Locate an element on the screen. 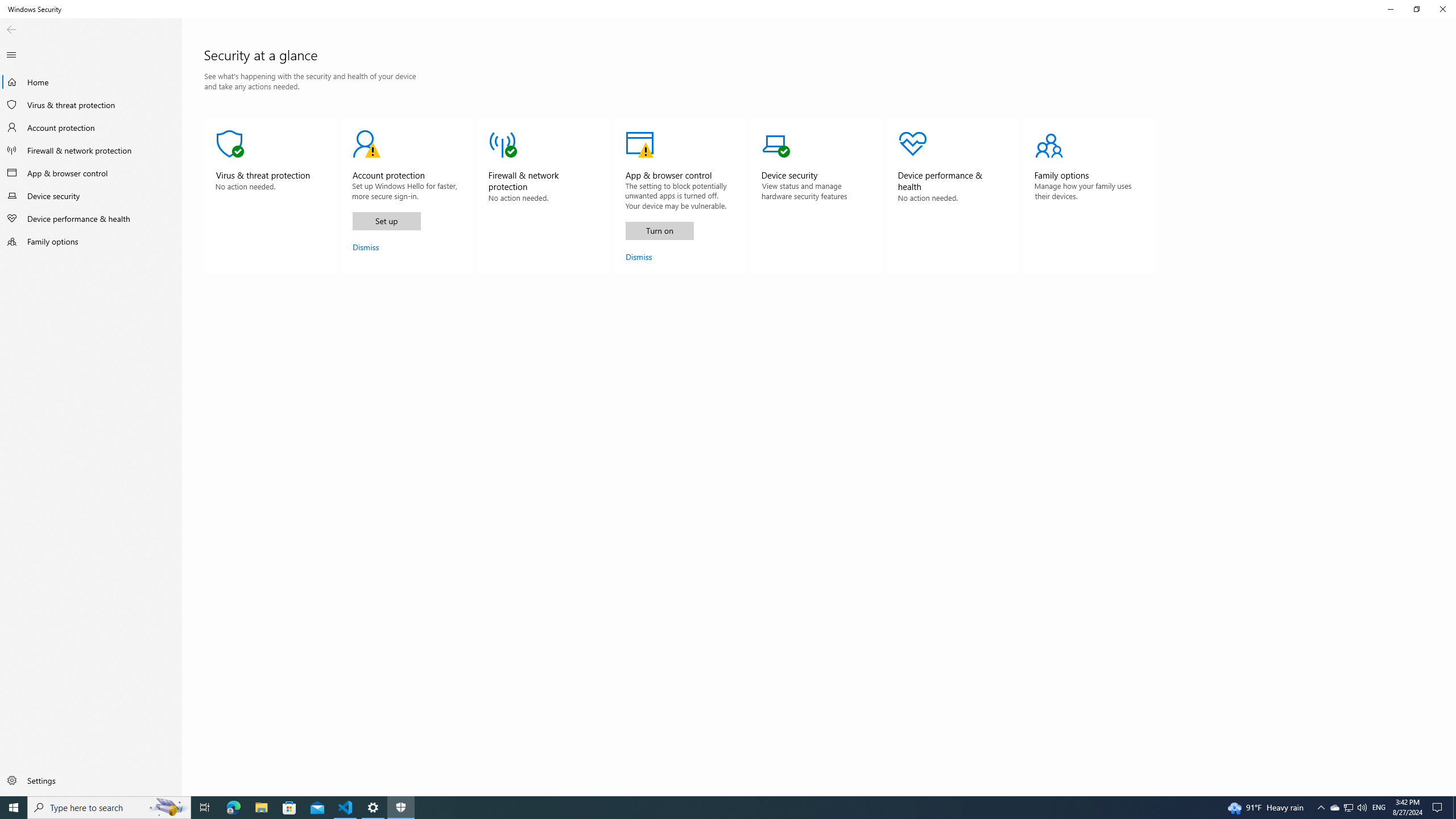 The height and width of the screenshot is (819, 1456). 'Device securityNo action needed.' is located at coordinates (816, 196).